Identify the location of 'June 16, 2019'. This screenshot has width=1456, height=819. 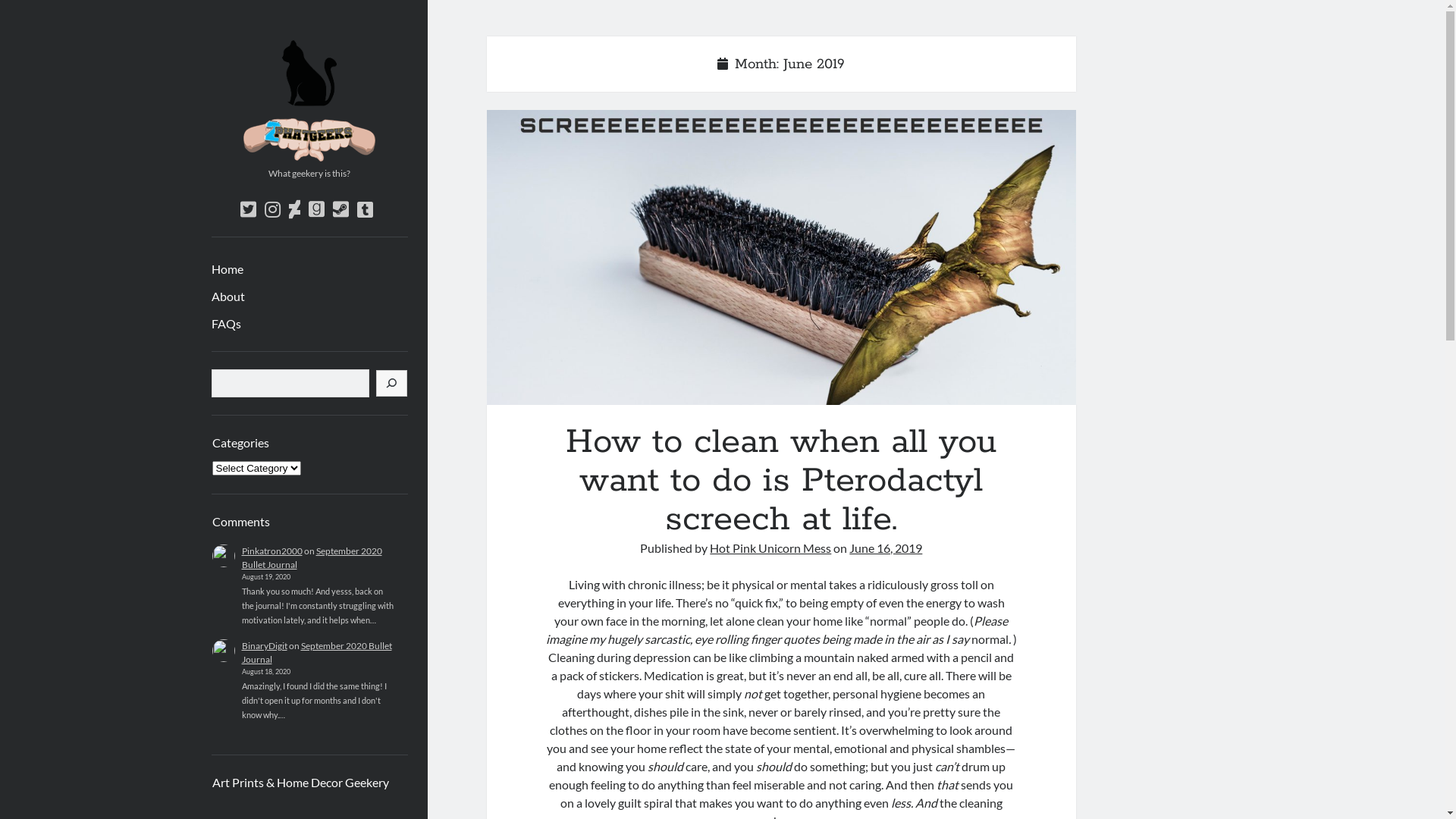
(848, 548).